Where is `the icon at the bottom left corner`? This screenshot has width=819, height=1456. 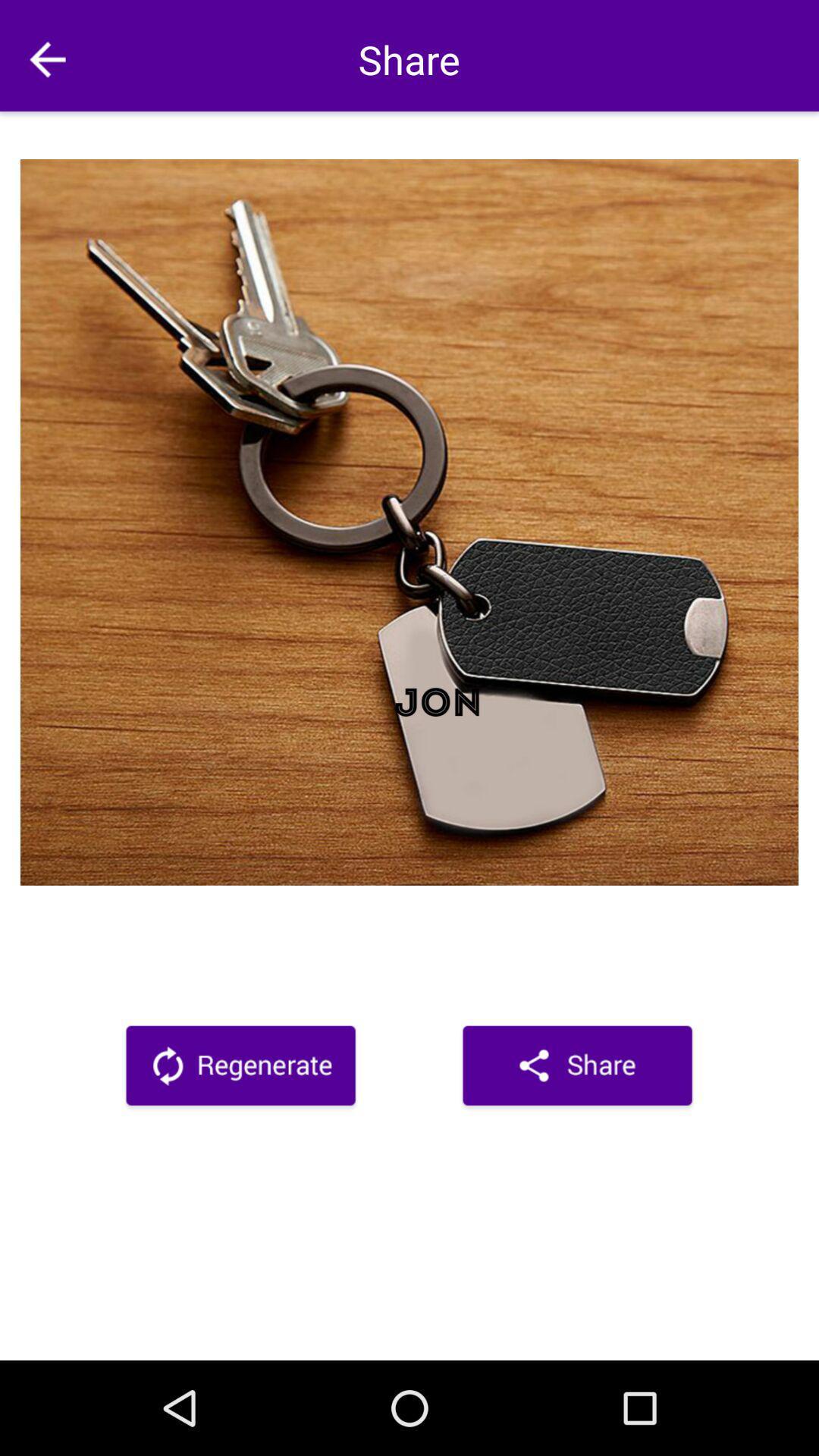
the icon at the bottom left corner is located at coordinates (240, 1068).